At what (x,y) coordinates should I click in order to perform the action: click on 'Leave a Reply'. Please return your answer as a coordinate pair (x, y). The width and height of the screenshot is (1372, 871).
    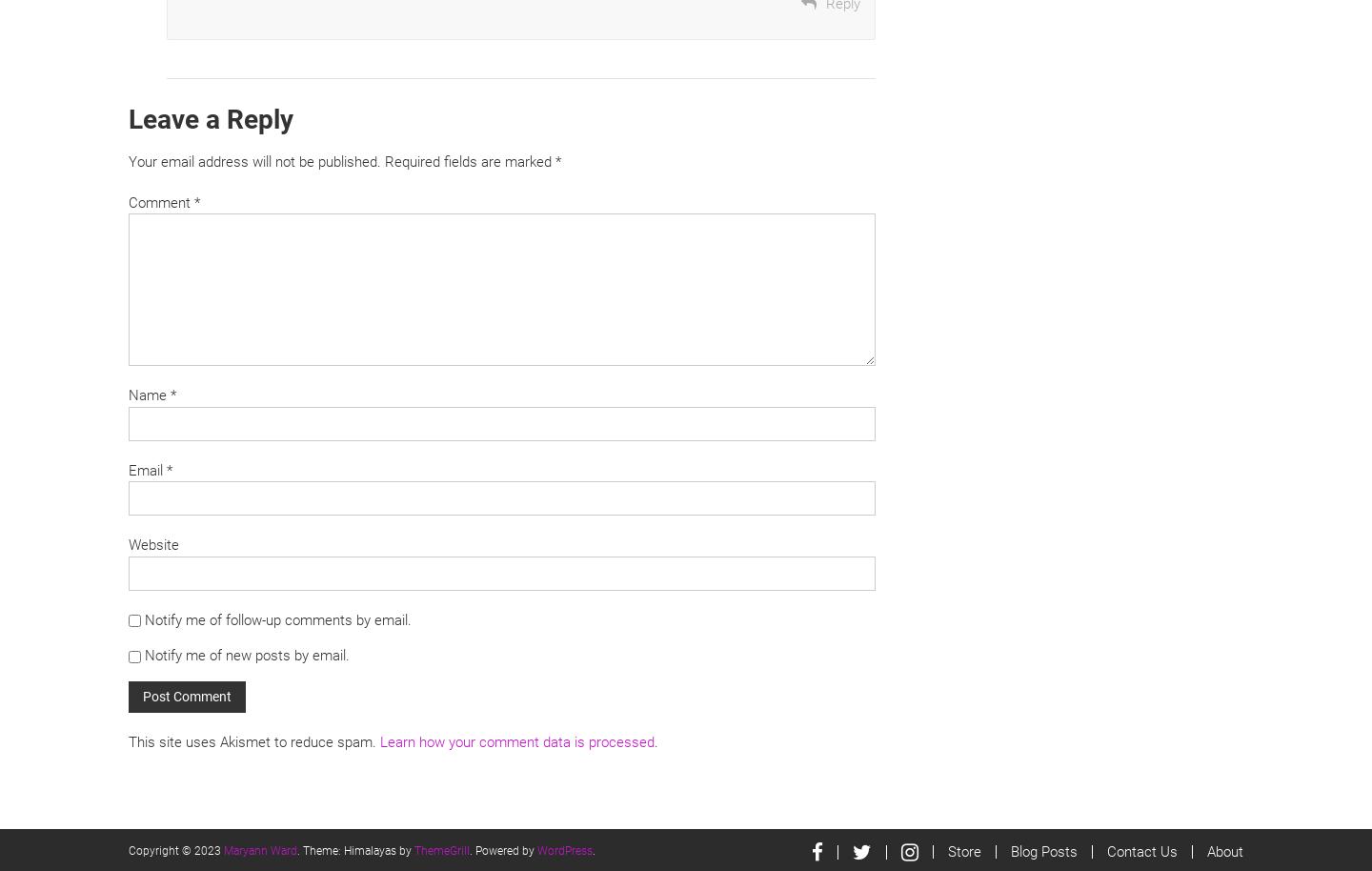
    Looking at the image, I should click on (211, 118).